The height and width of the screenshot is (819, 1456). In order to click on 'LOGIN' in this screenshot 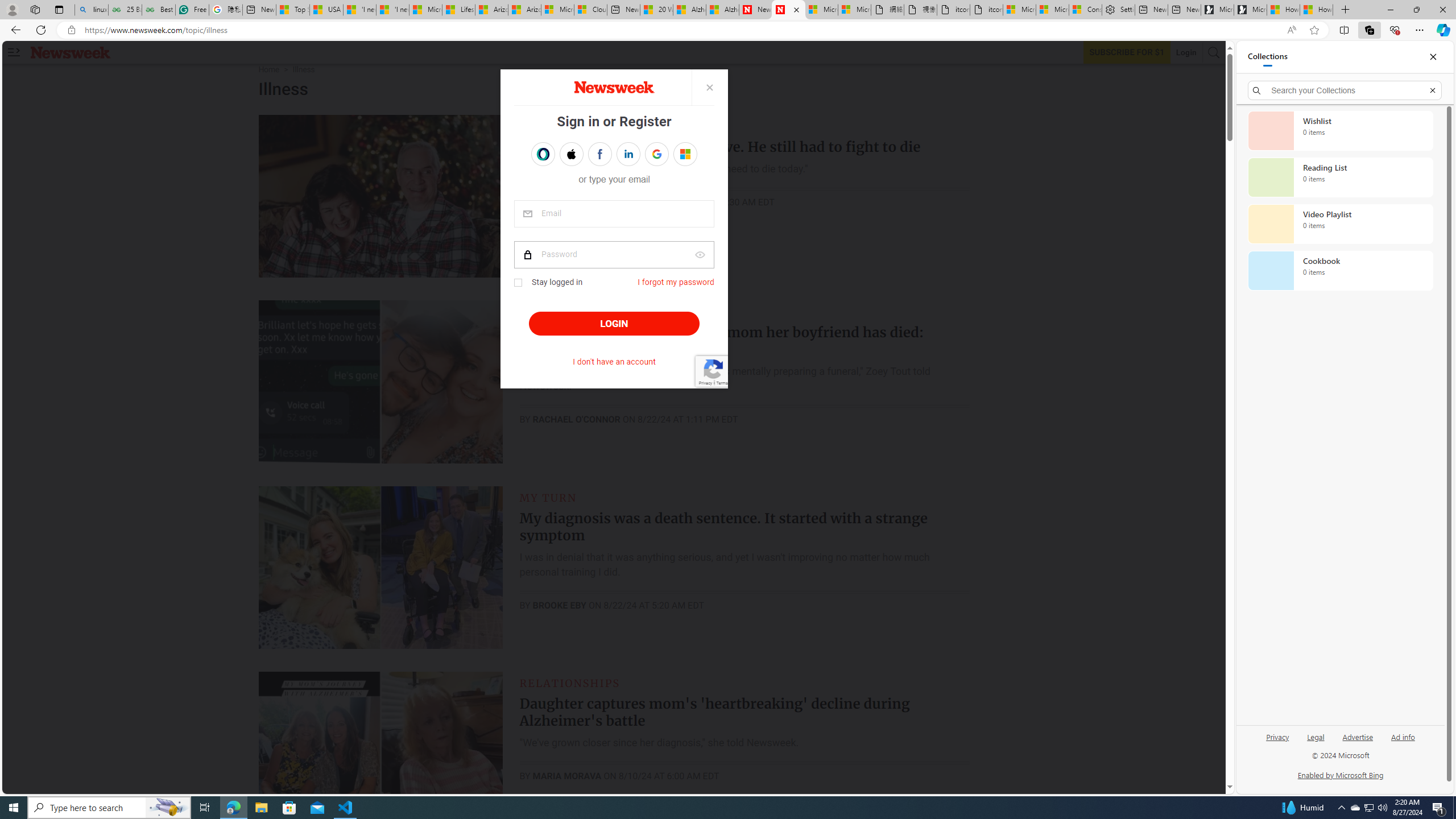, I will do `click(614, 323)`.